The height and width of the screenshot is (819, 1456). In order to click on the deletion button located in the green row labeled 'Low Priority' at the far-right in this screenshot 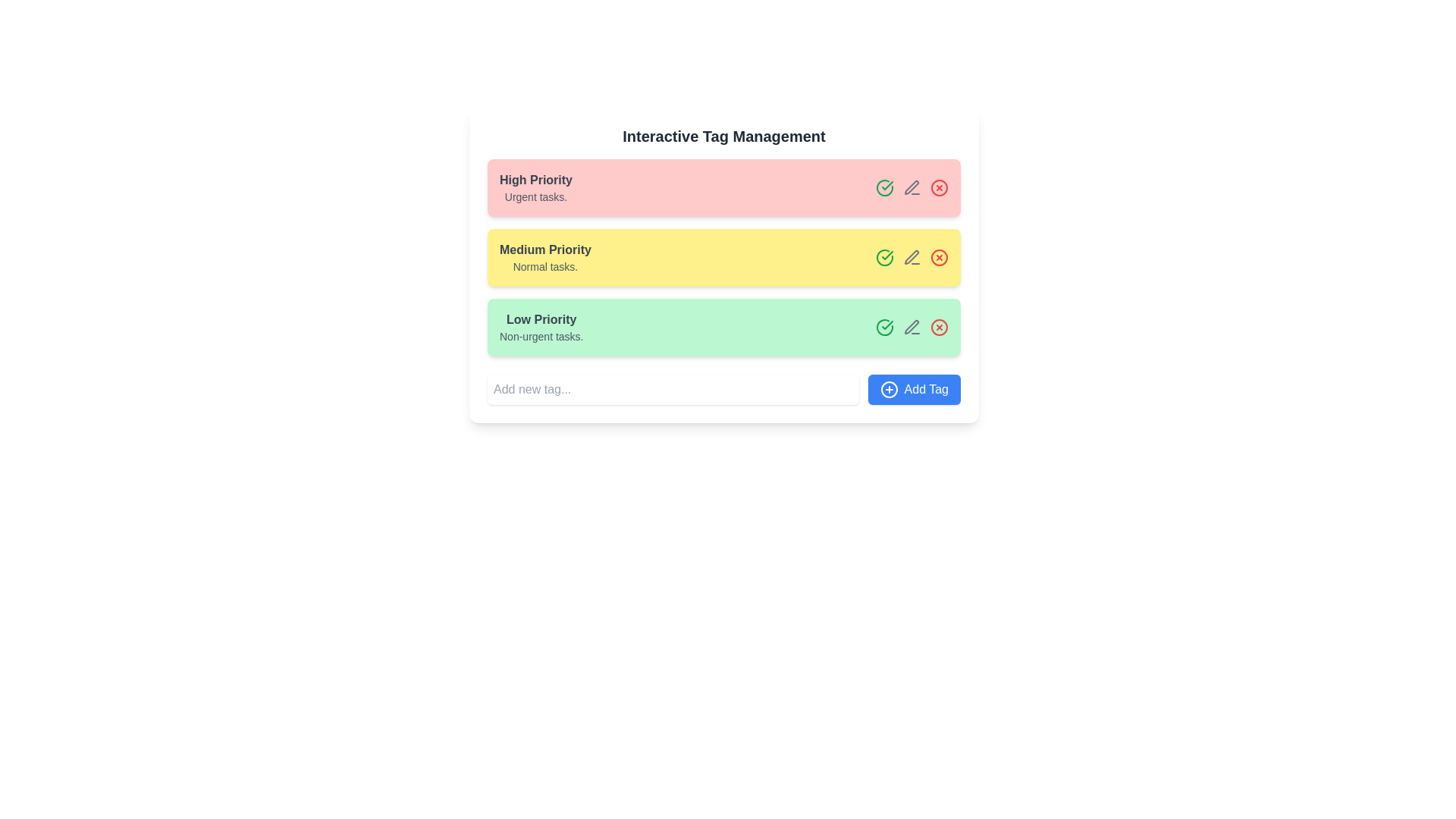, I will do `click(938, 327)`.